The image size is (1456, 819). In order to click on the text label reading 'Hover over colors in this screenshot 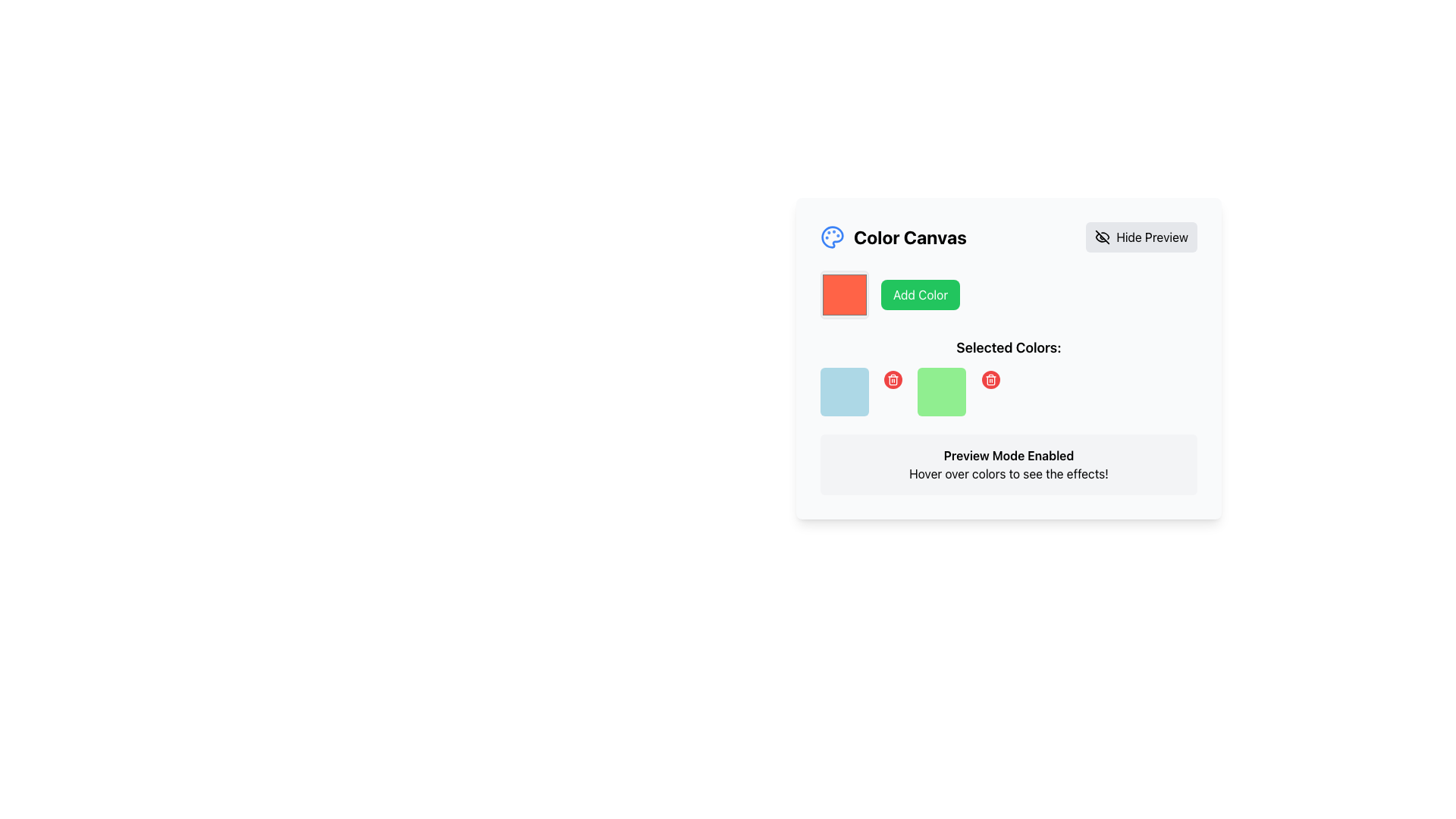, I will do `click(1009, 472)`.